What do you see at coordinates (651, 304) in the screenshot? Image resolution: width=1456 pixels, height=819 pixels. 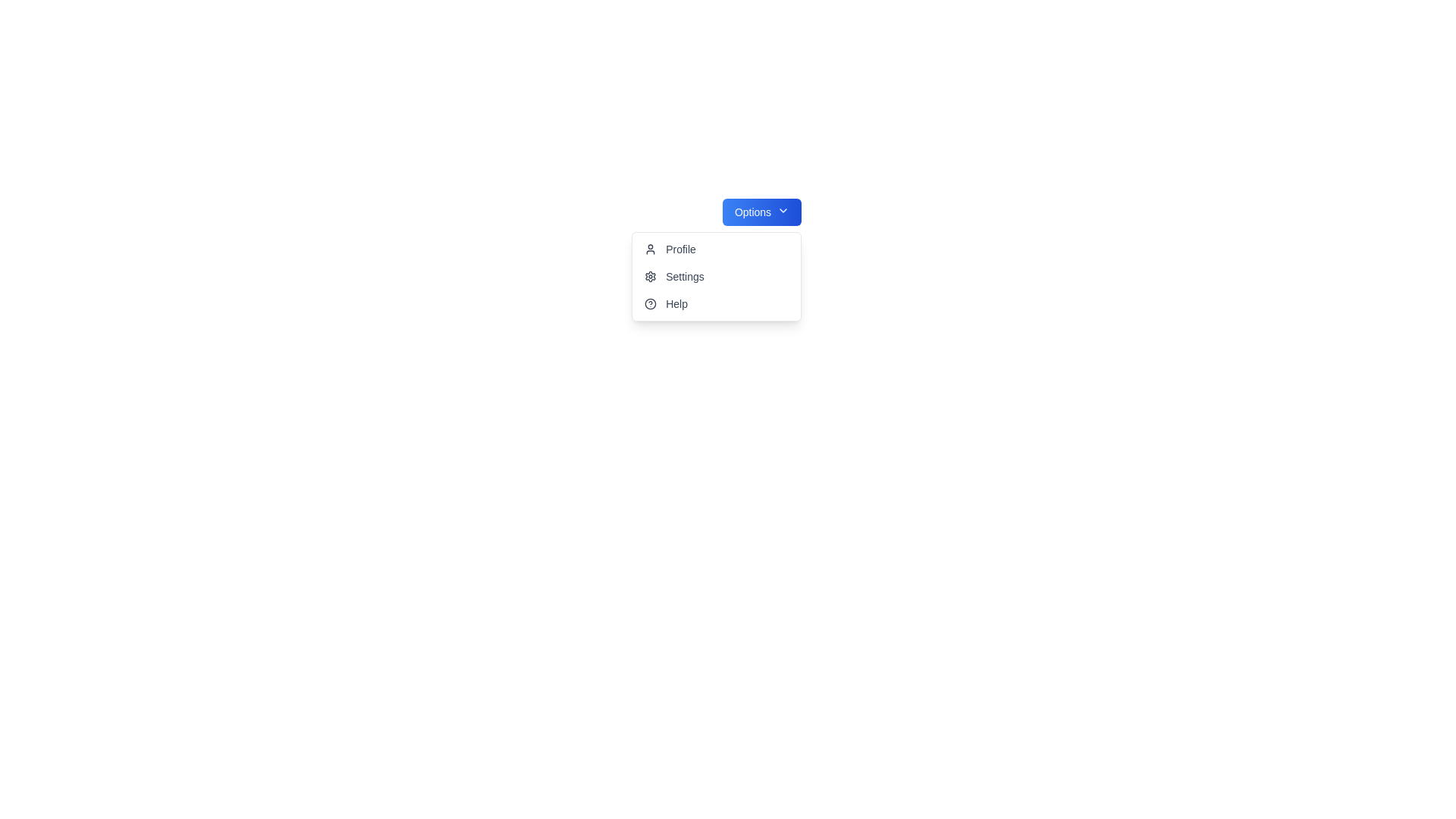 I see `the 'Help' icon located to the left of the 'Help' text in the dropdown menu under the 'Options' button` at bounding box center [651, 304].